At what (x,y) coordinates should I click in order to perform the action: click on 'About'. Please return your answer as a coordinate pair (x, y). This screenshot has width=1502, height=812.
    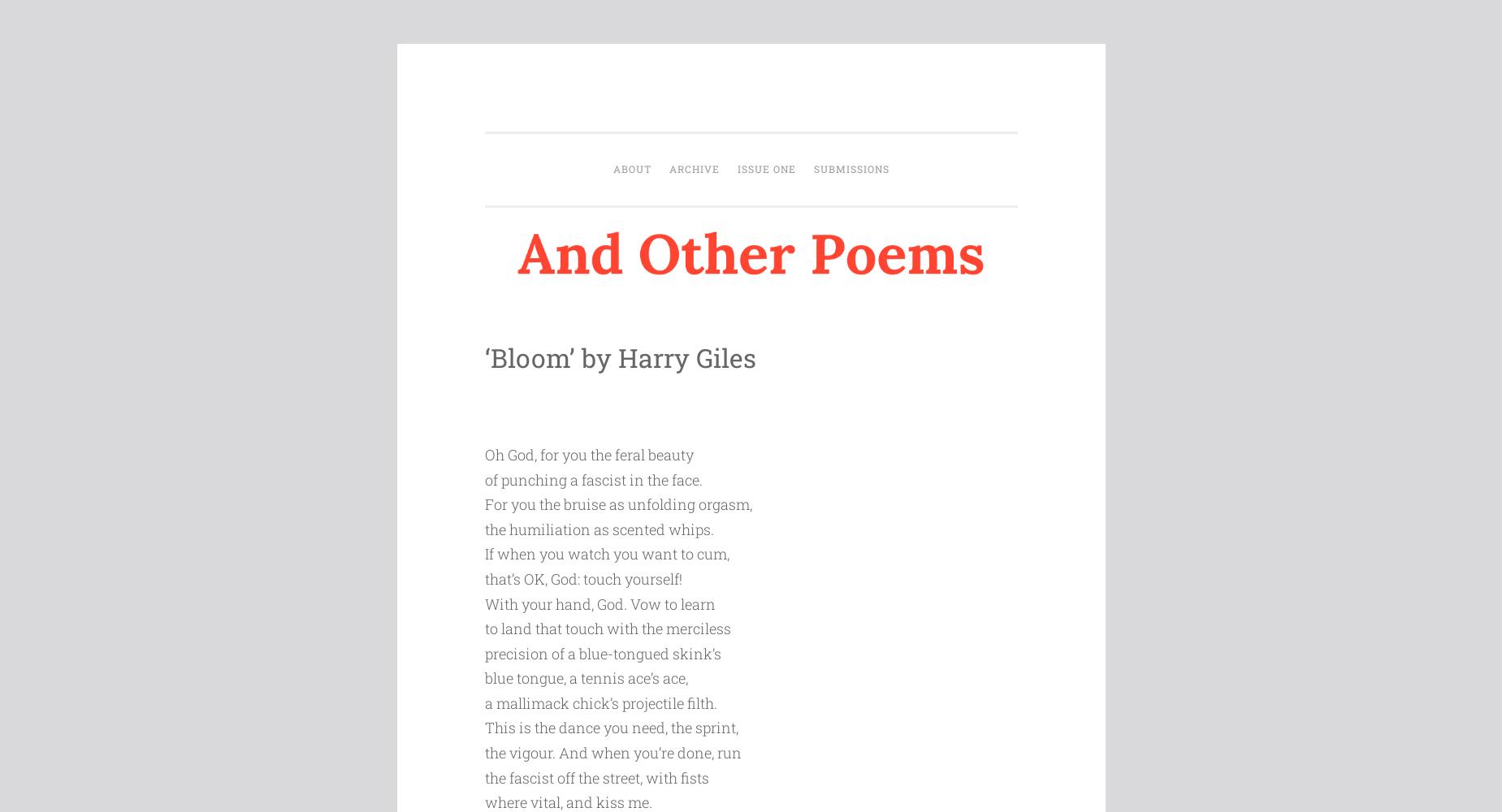
    Looking at the image, I should click on (612, 168).